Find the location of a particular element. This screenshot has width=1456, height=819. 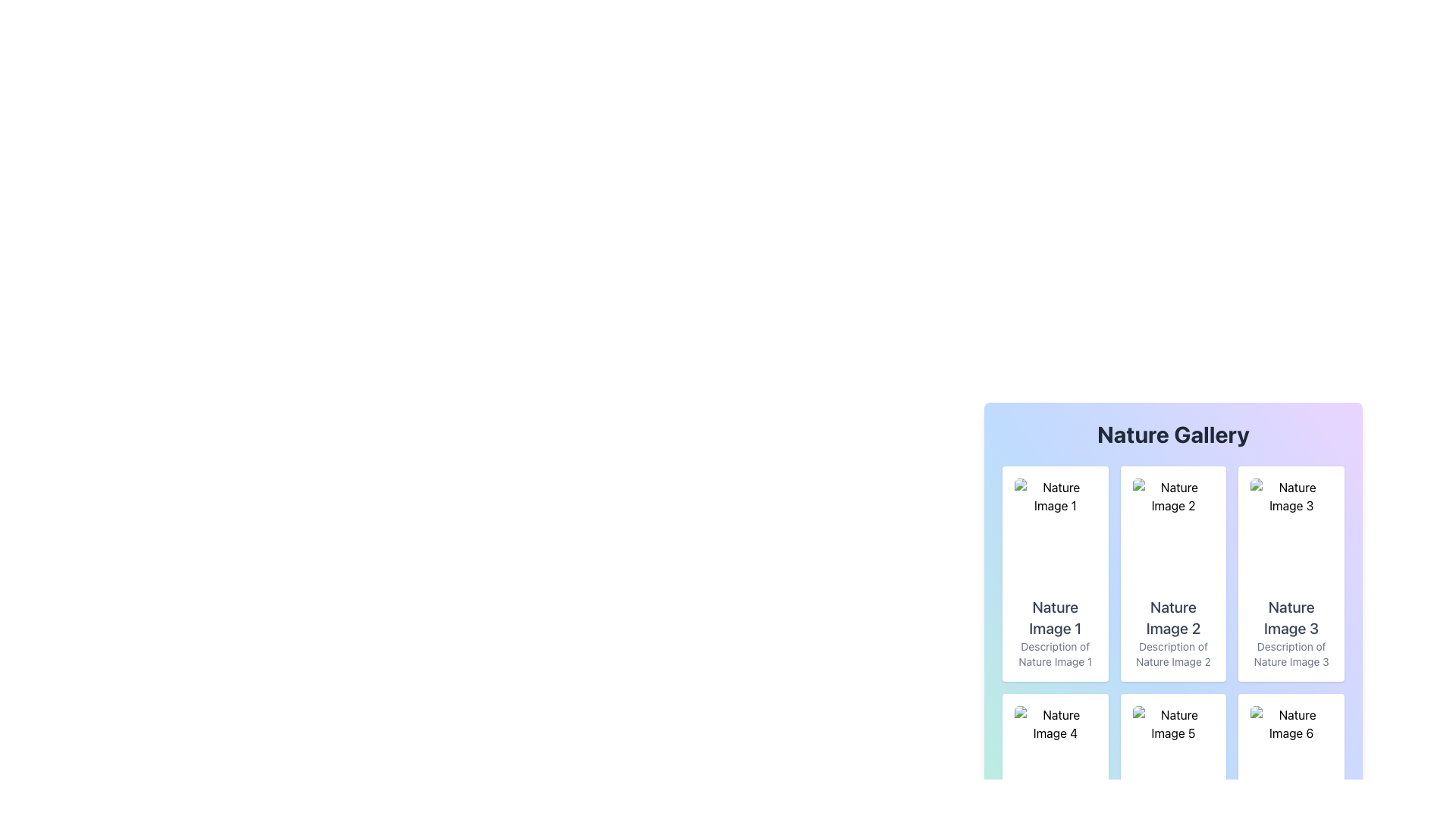

the text label 'Nature Image 2', which is styled with a large font size and dark gray color, located in the second column of the first row in the card layout is located at coordinates (1172, 617).